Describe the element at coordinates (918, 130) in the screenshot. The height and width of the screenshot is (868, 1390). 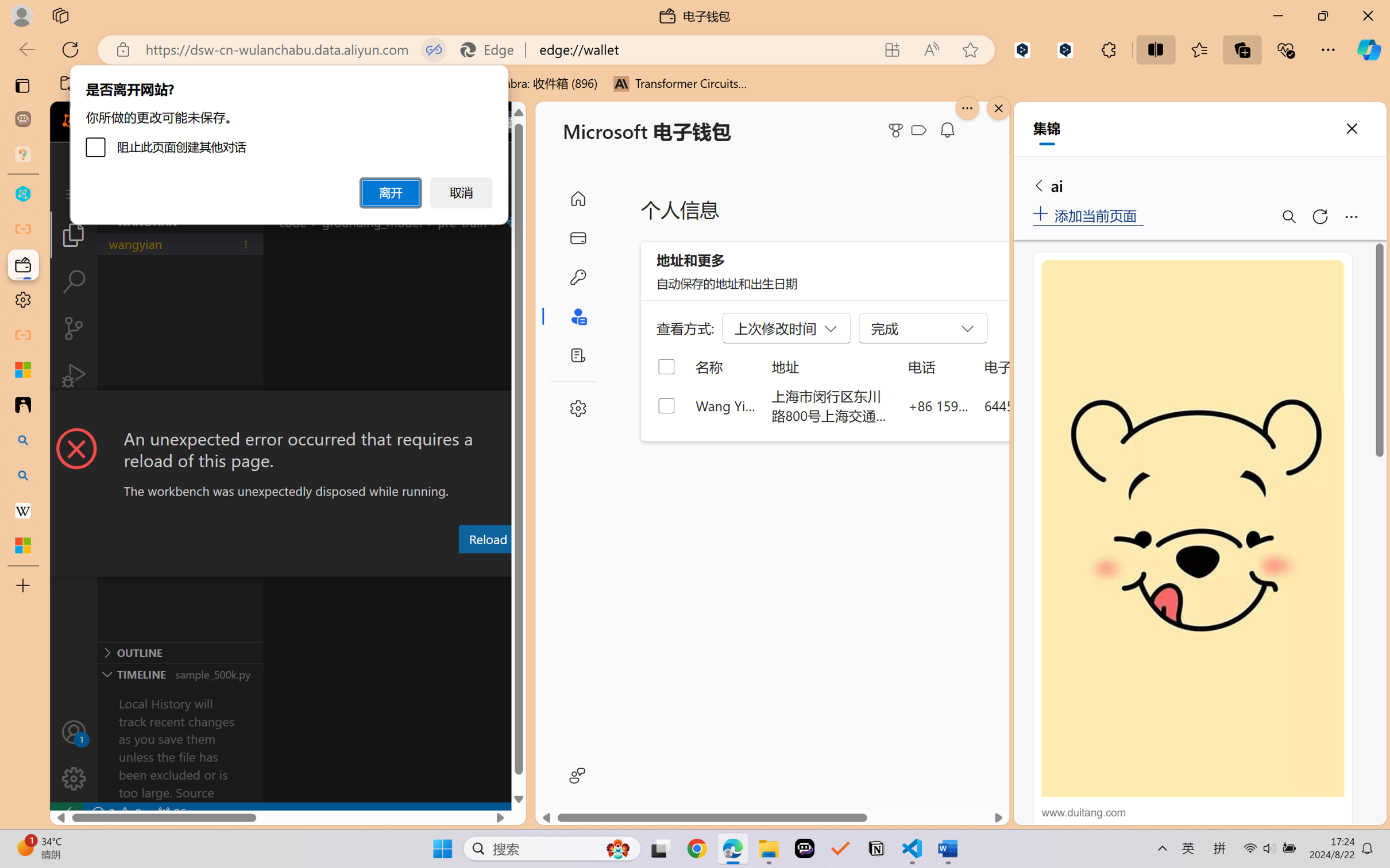
I see `'Class: ___1lmltc5 f1agt3bx f12qytpq'` at that location.